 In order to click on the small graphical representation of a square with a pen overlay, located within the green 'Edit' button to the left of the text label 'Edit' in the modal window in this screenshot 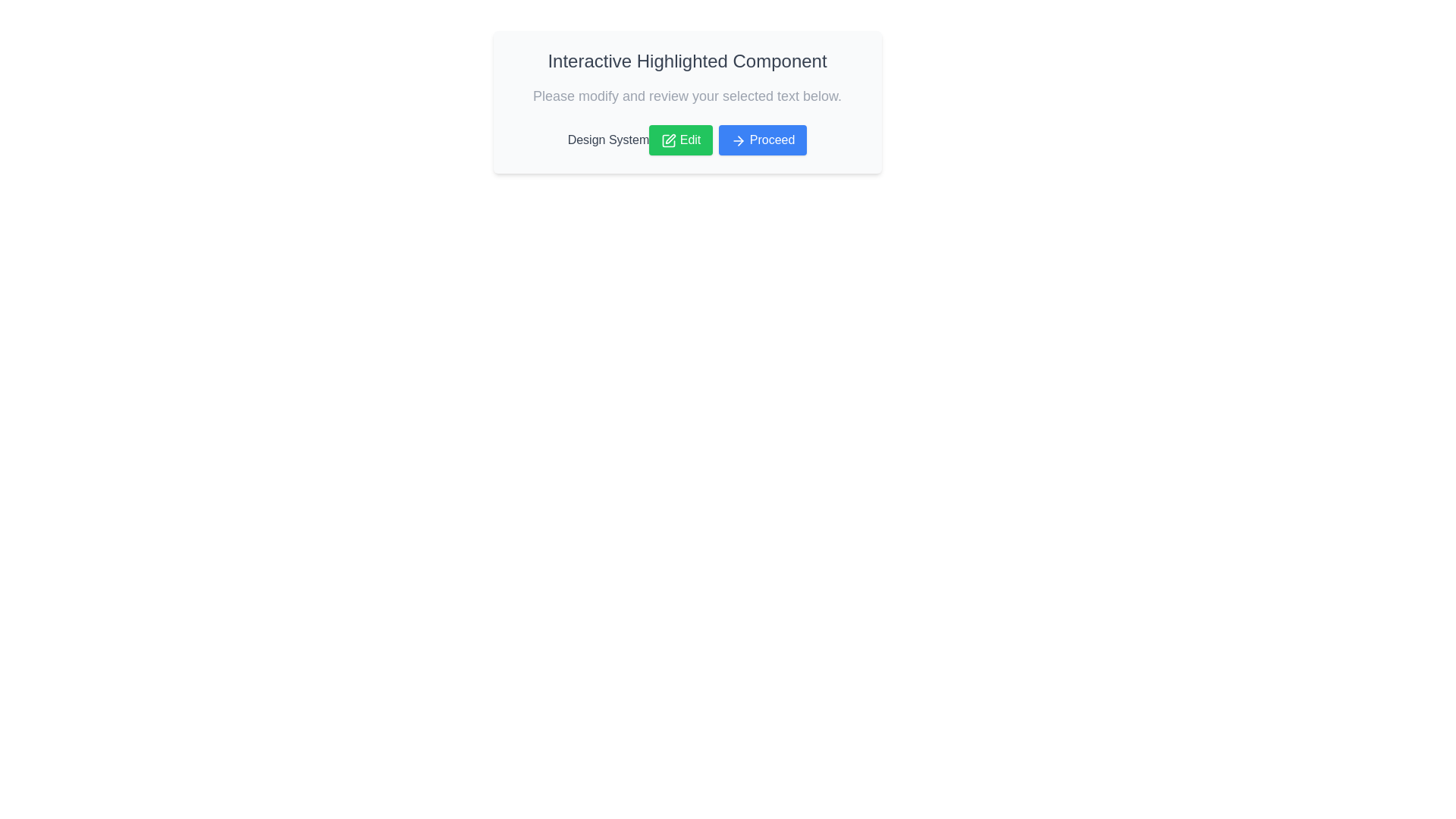, I will do `click(668, 140)`.